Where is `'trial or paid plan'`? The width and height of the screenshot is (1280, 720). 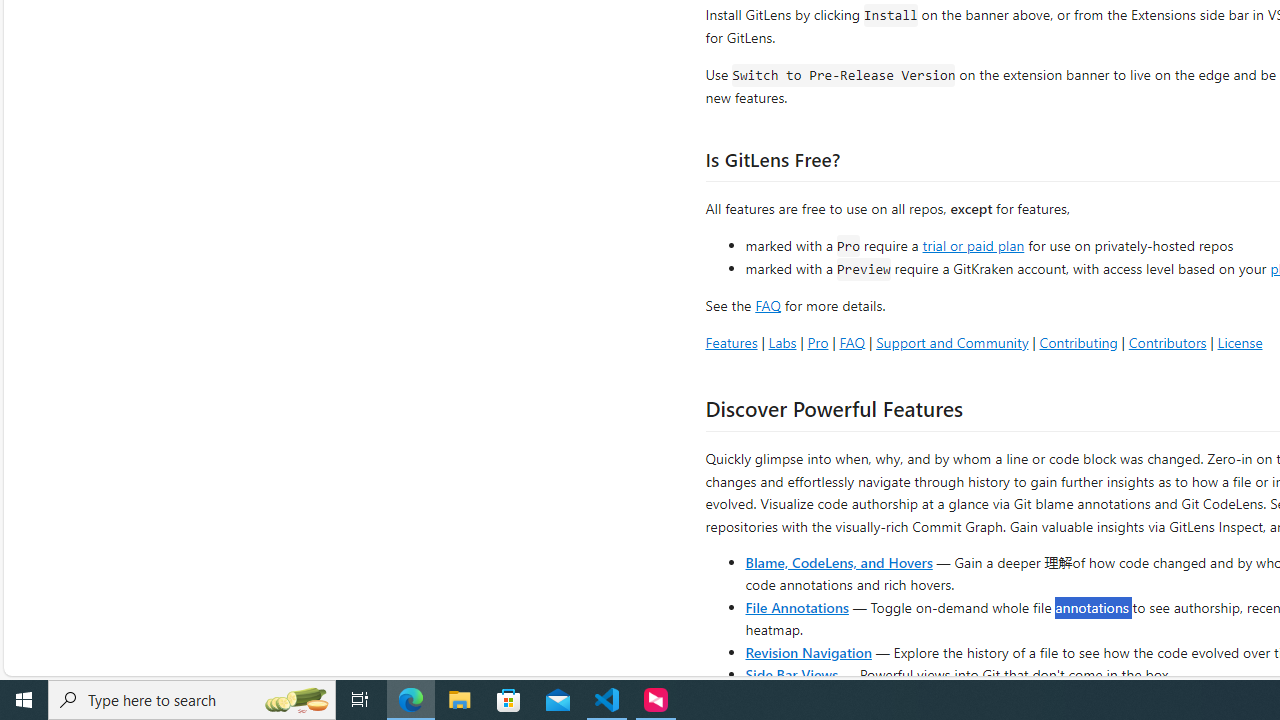
'trial or paid plan' is located at coordinates (973, 243).